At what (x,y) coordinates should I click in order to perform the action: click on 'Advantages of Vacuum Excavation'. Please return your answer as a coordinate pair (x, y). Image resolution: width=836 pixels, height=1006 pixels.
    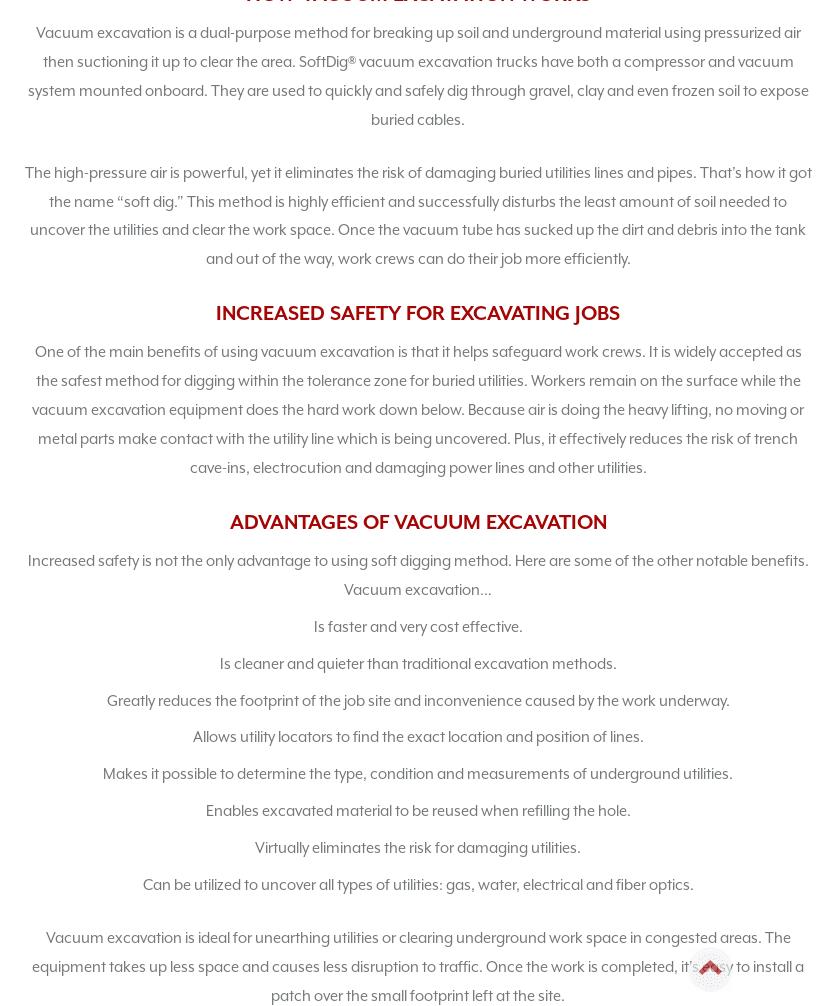
    Looking at the image, I should click on (416, 521).